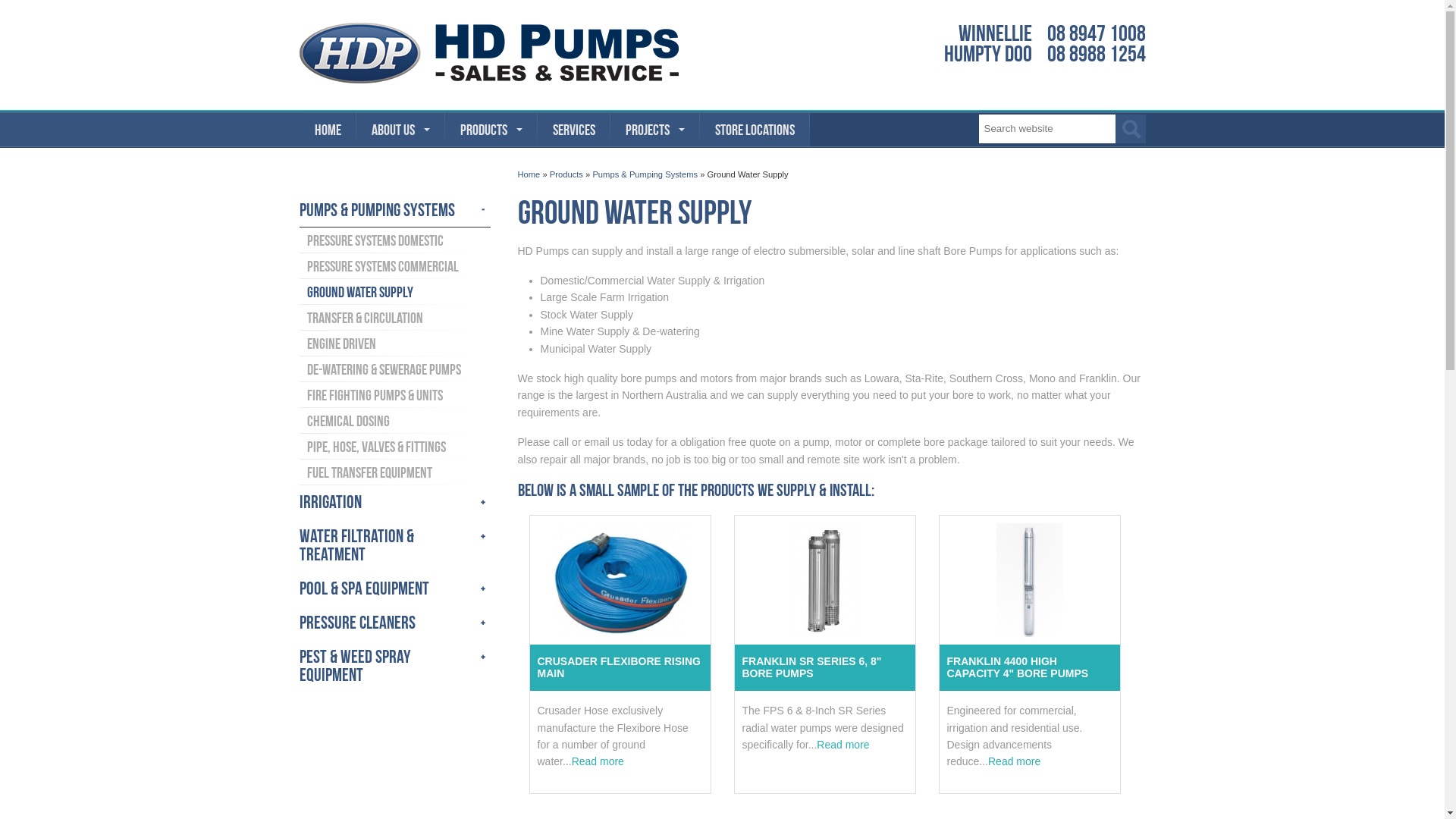 The width and height of the screenshot is (1456, 819). Describe the element at coordinates (298, 665) in the screenshot. I see `'PEST & WEED SPRAY EQUIPMENT'` at that location.